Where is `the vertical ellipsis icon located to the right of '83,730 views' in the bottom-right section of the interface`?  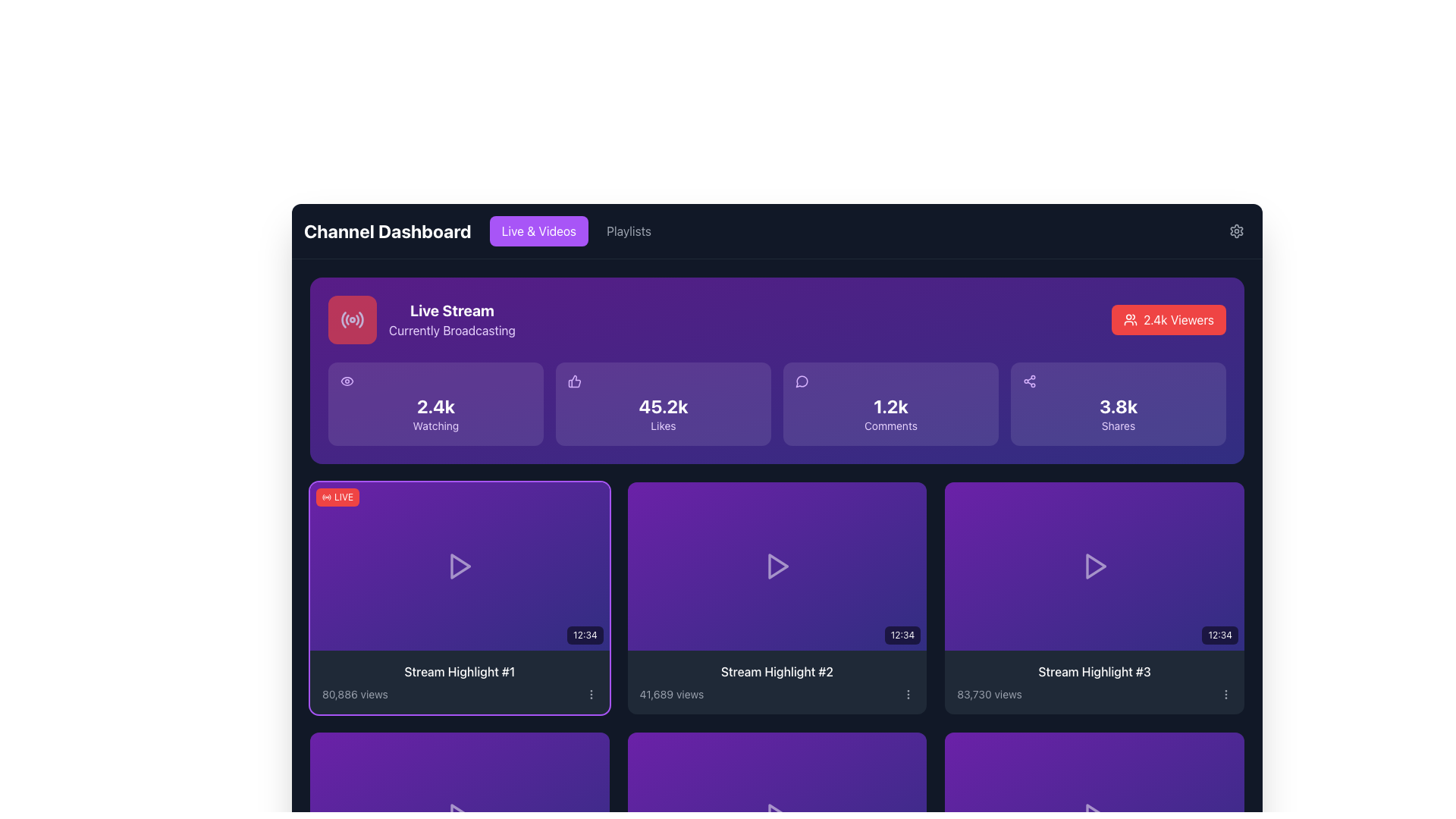 the vertical ellipsis icon located to the right of '83,730 views' in the bottom-right section of the interface is located at coordinates (1226, 694).